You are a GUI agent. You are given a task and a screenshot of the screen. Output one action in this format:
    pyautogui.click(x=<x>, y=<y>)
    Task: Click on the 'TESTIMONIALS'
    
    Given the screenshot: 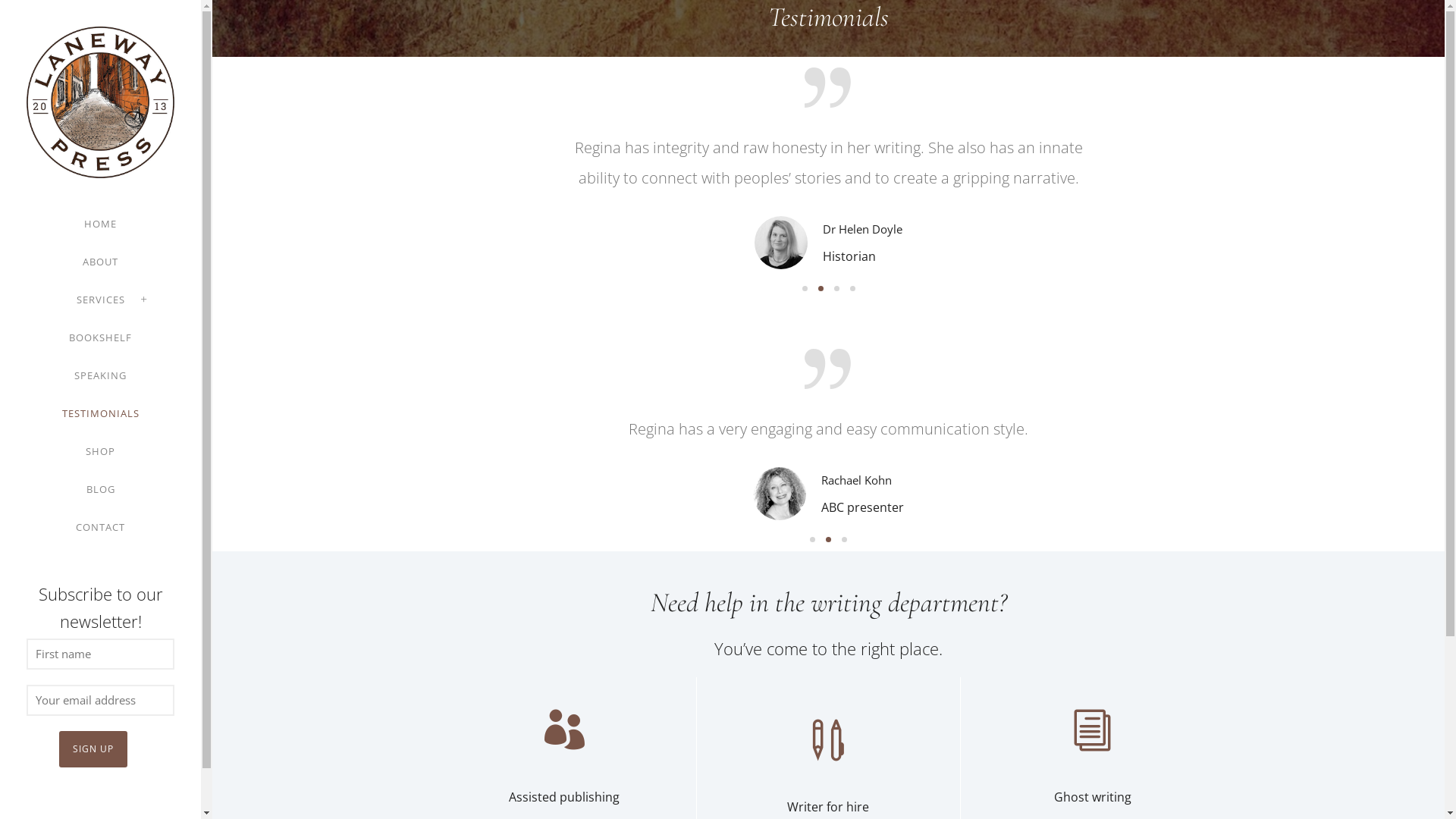 What is the action you would take?
    pyautogui.click(x=100, y=413)
    